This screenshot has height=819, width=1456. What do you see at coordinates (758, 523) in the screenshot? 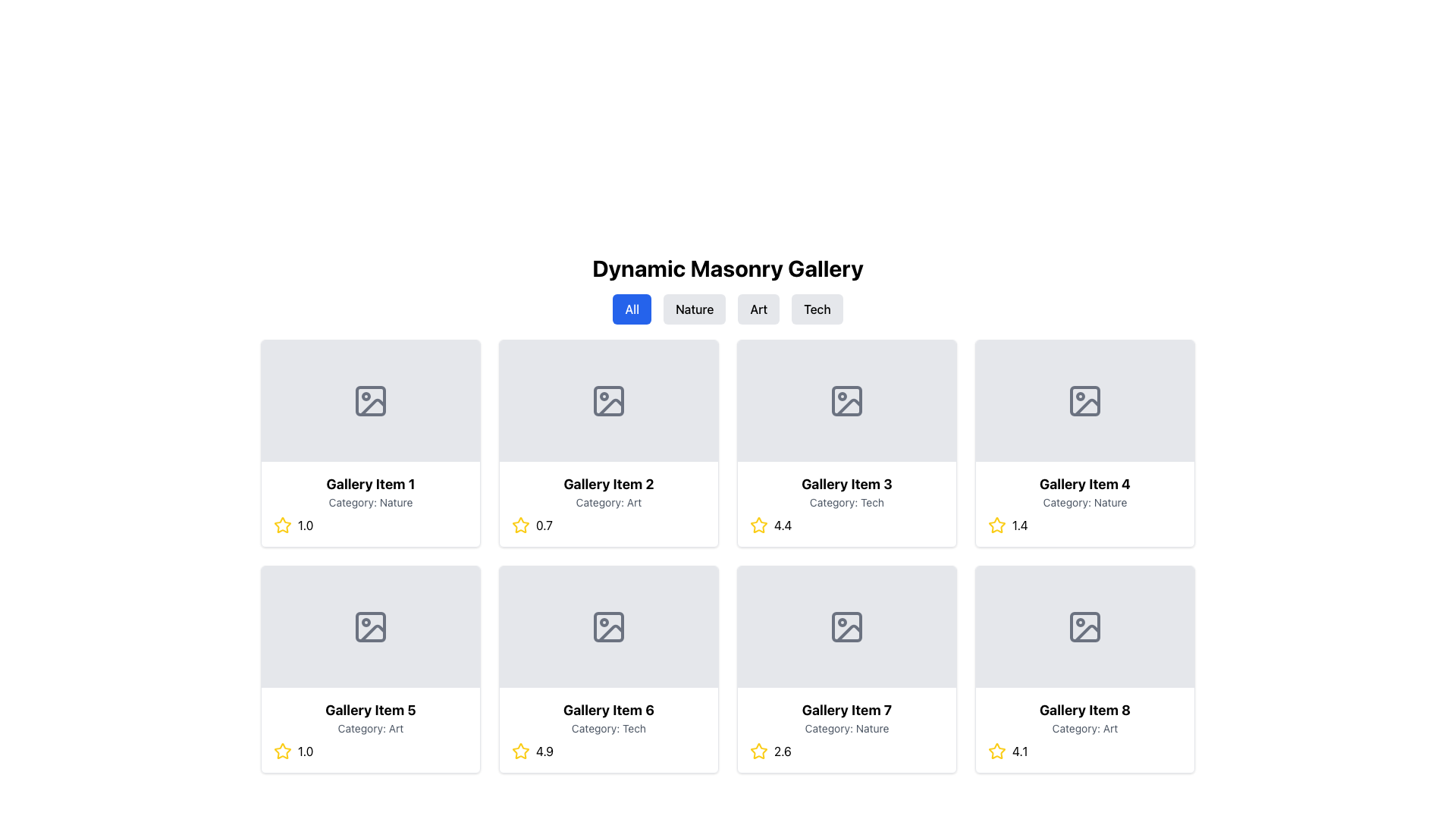
I see `the star icon representing the rating for 'Gallery Item 3' located in the second row and third column of the gallery layout` at bounding box center [758, 523].